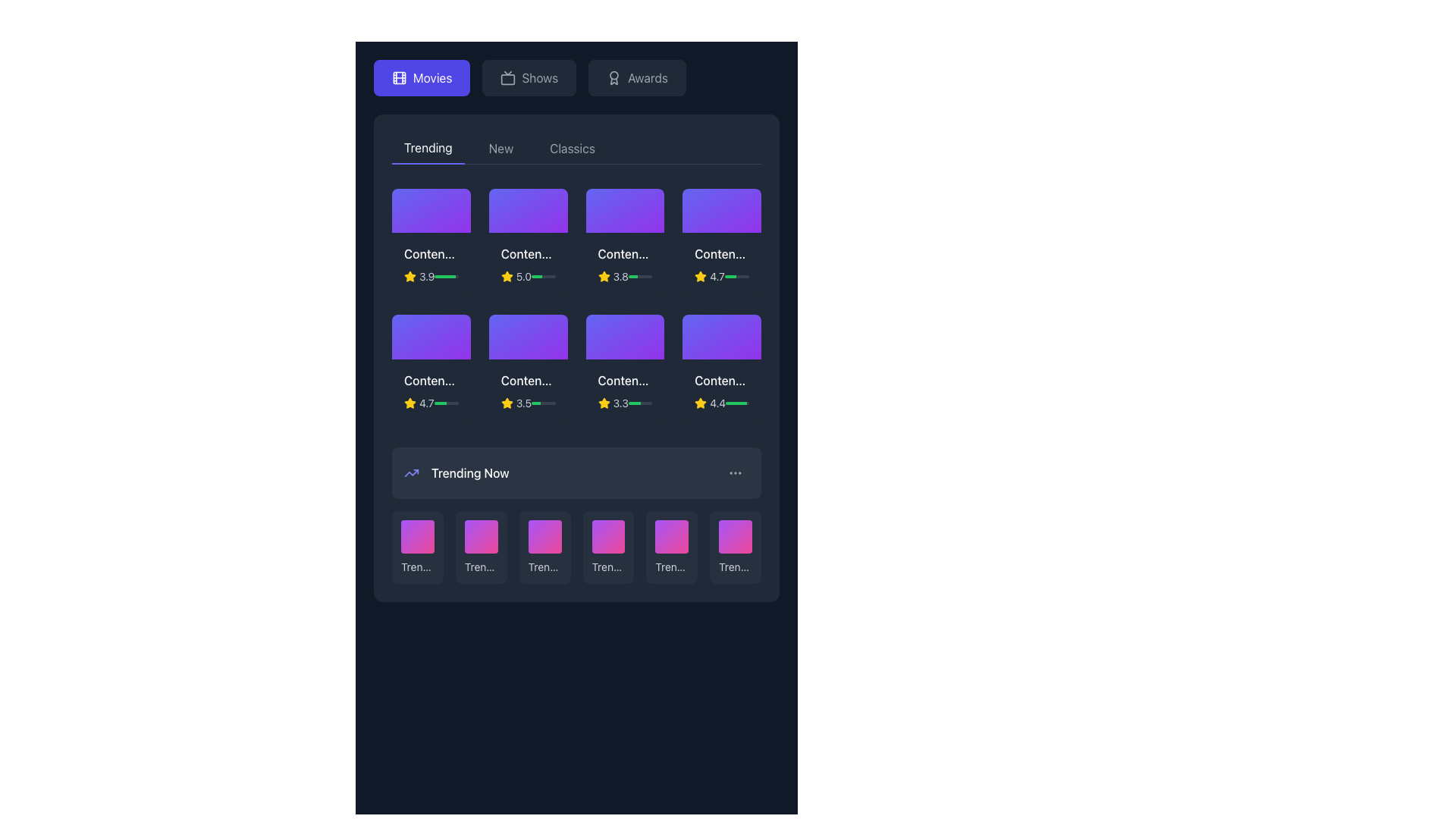 The image size is (1456, 819). Describe the element at coordinates (422, 78) in the screenshot. I see `the 'Movies' button, which is a rounded rectangular button with a purple background and white text, located at the top-left corner of the interface` at that location.